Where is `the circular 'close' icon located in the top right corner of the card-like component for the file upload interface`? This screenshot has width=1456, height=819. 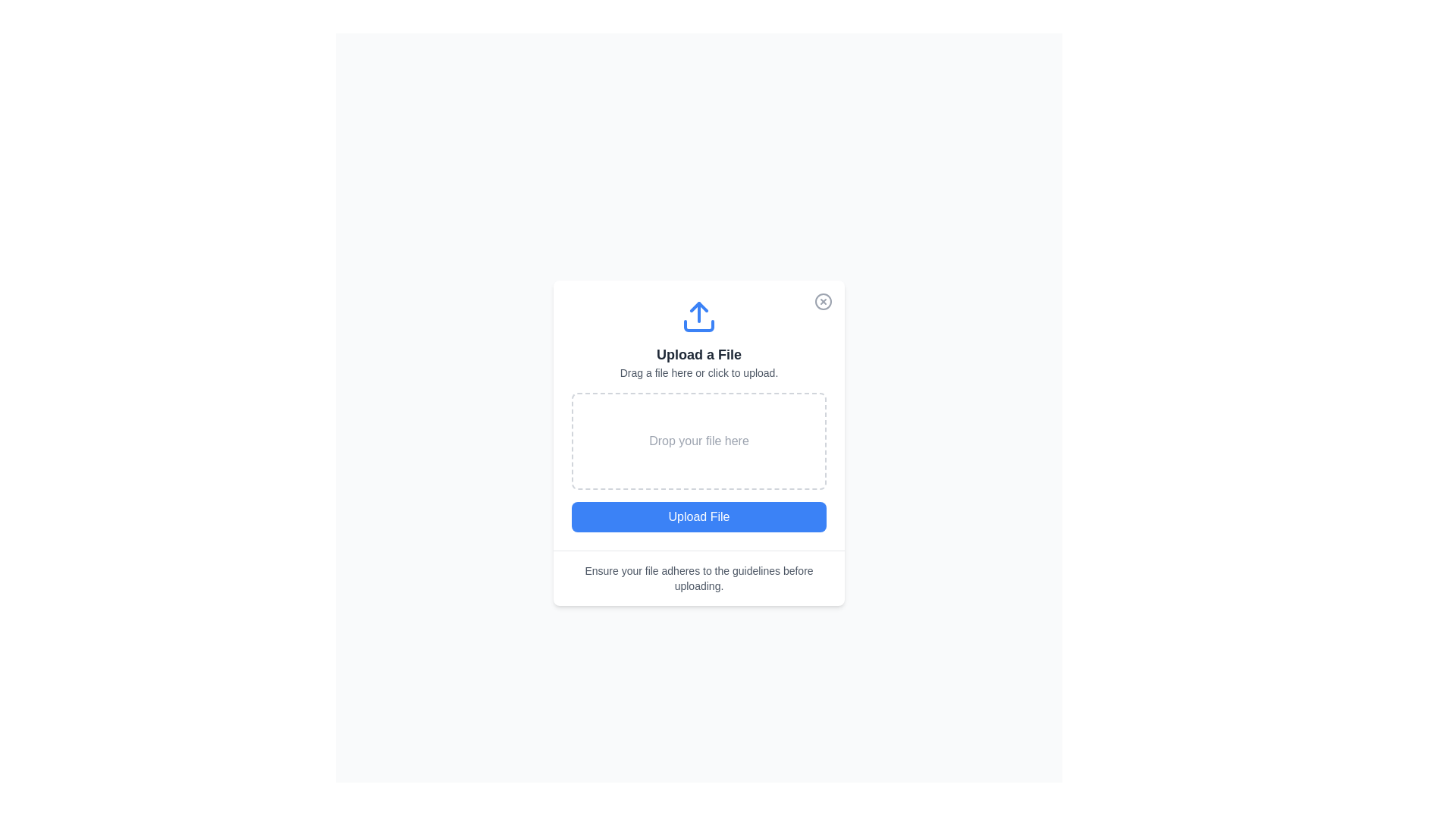
the circular 'close' icon located in the top right corner of the card-like component for the file upload interface is located at coordinates (822, 301).